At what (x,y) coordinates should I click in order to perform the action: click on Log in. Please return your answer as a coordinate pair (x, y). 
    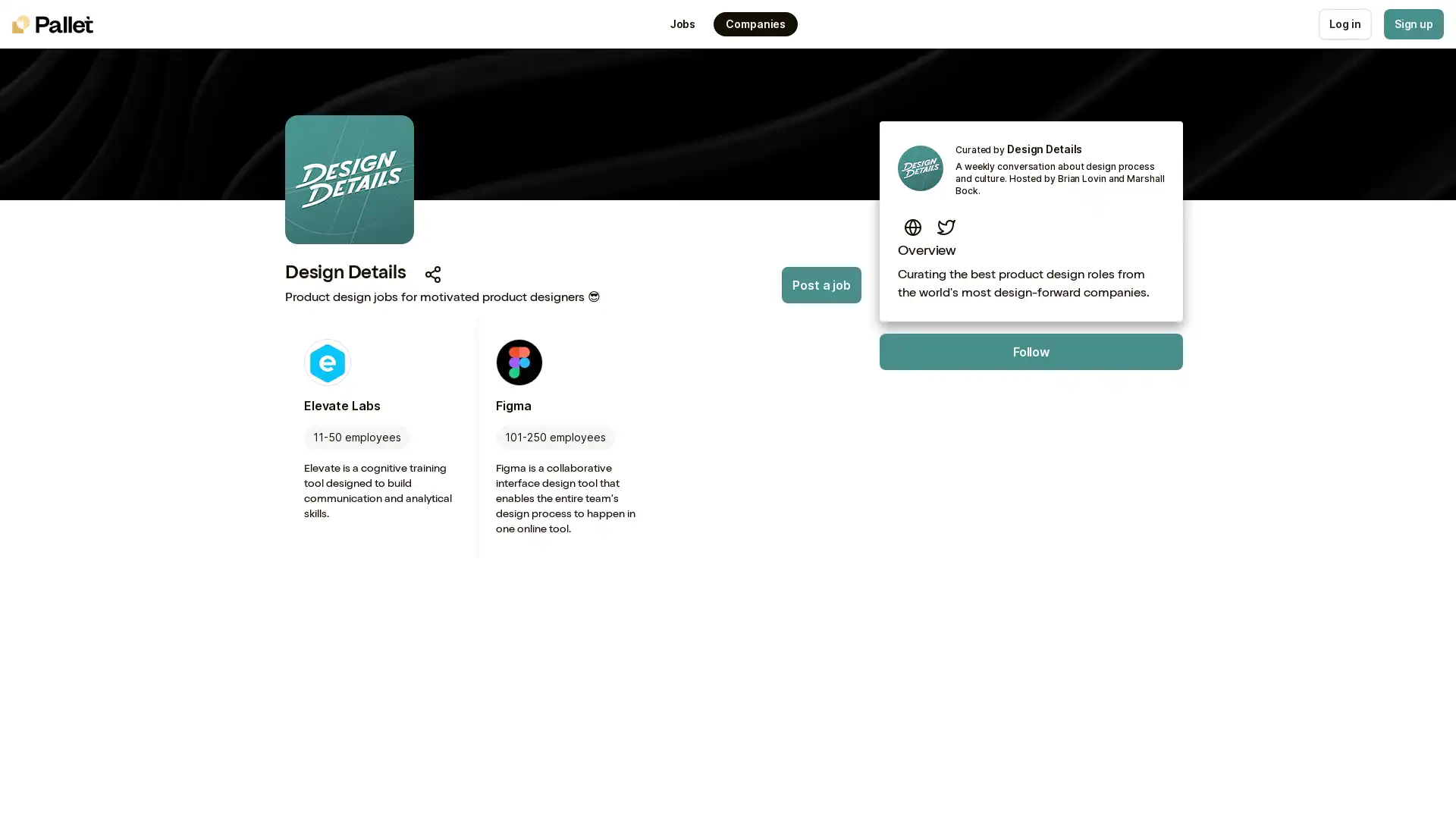
    Looking at the image, I should click on (1345, 24).